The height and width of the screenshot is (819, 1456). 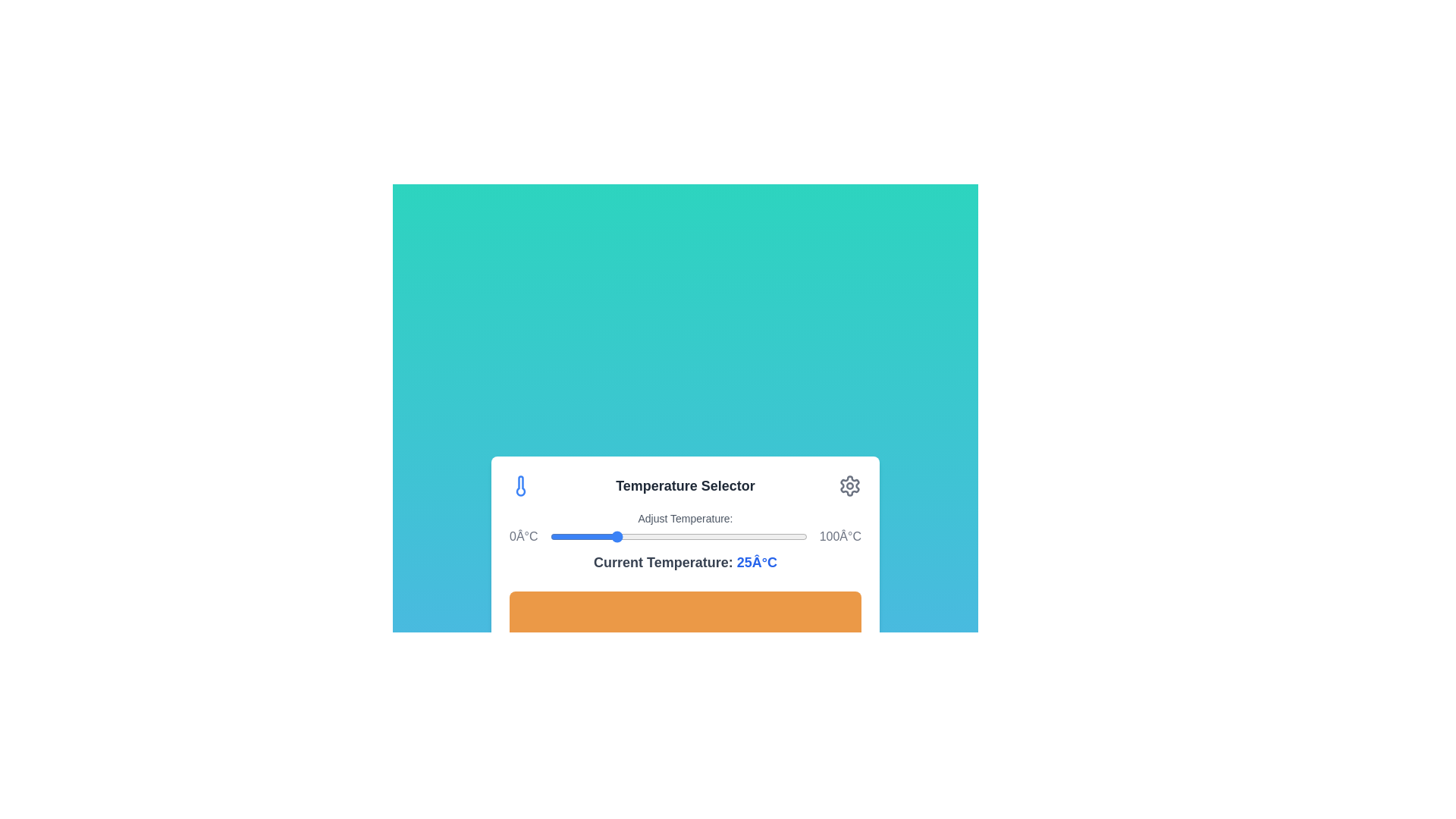 I want to click on 'Apply Settings' button, so click(x=684, y=698).